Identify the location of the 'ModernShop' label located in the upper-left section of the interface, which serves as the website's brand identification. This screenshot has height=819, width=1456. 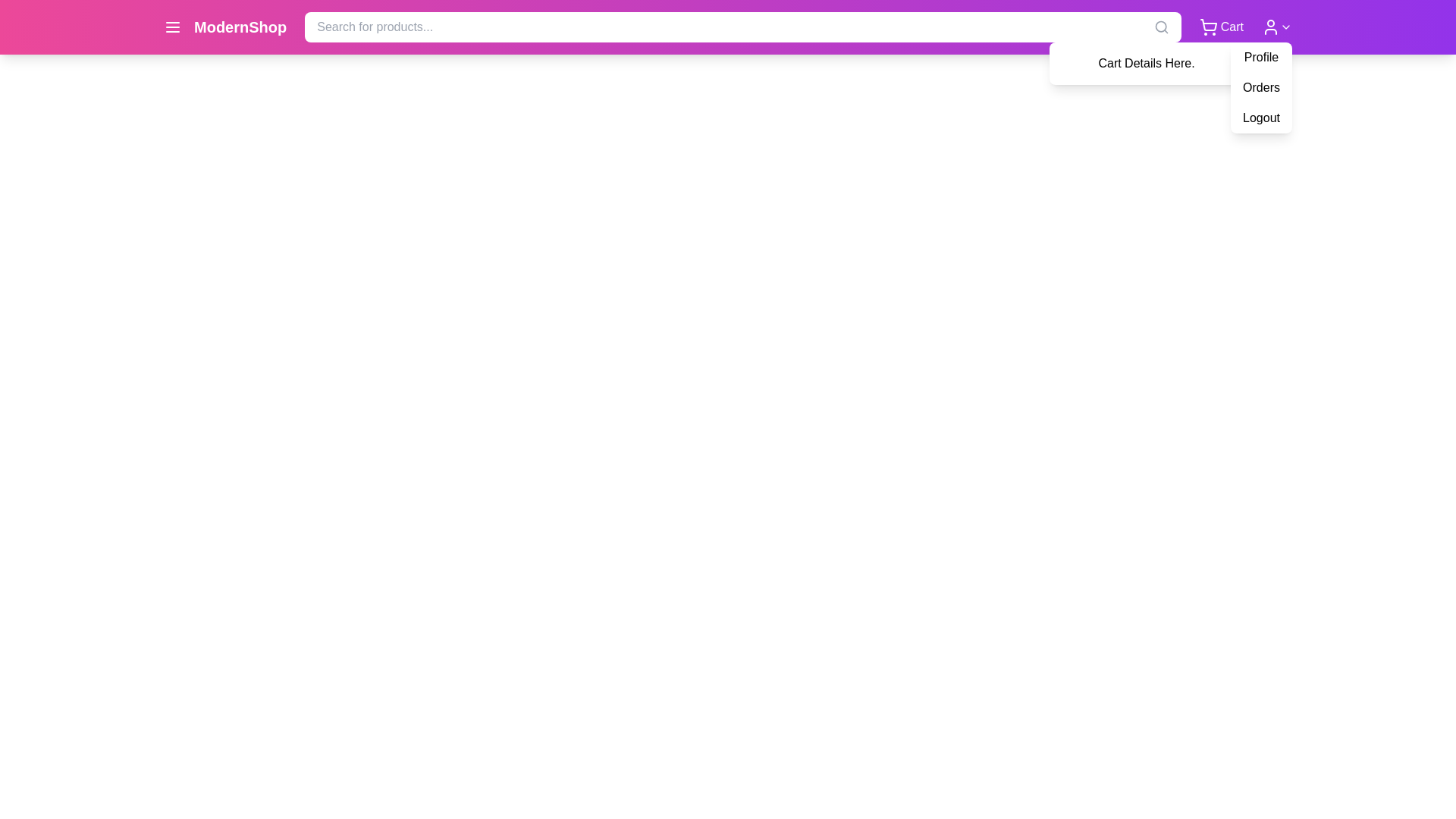
(224, 27).